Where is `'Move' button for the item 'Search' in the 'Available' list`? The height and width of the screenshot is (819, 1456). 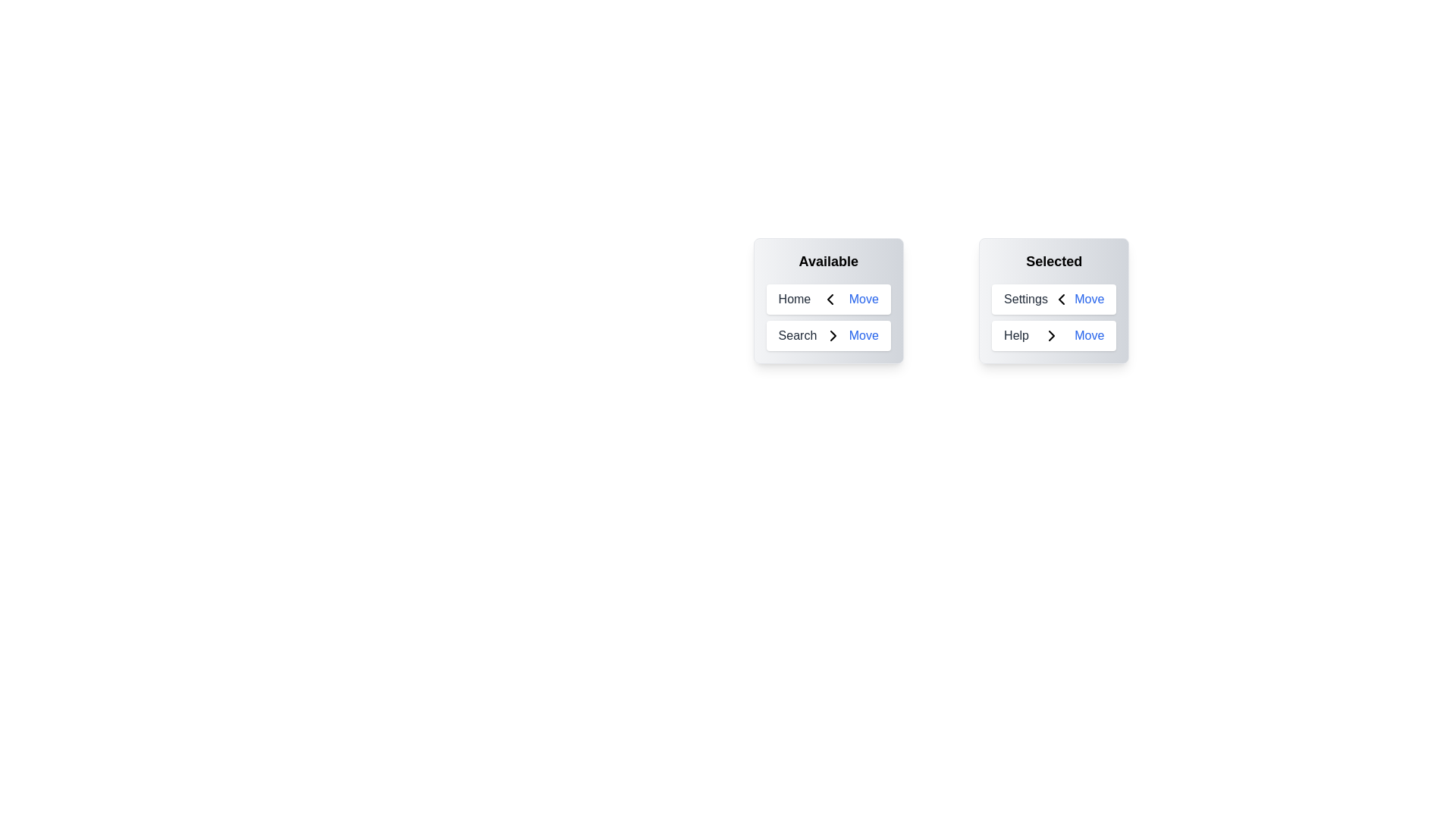 'Move' button for the item 'Search' in the 'Available' list is located at coordinates (796, 335).